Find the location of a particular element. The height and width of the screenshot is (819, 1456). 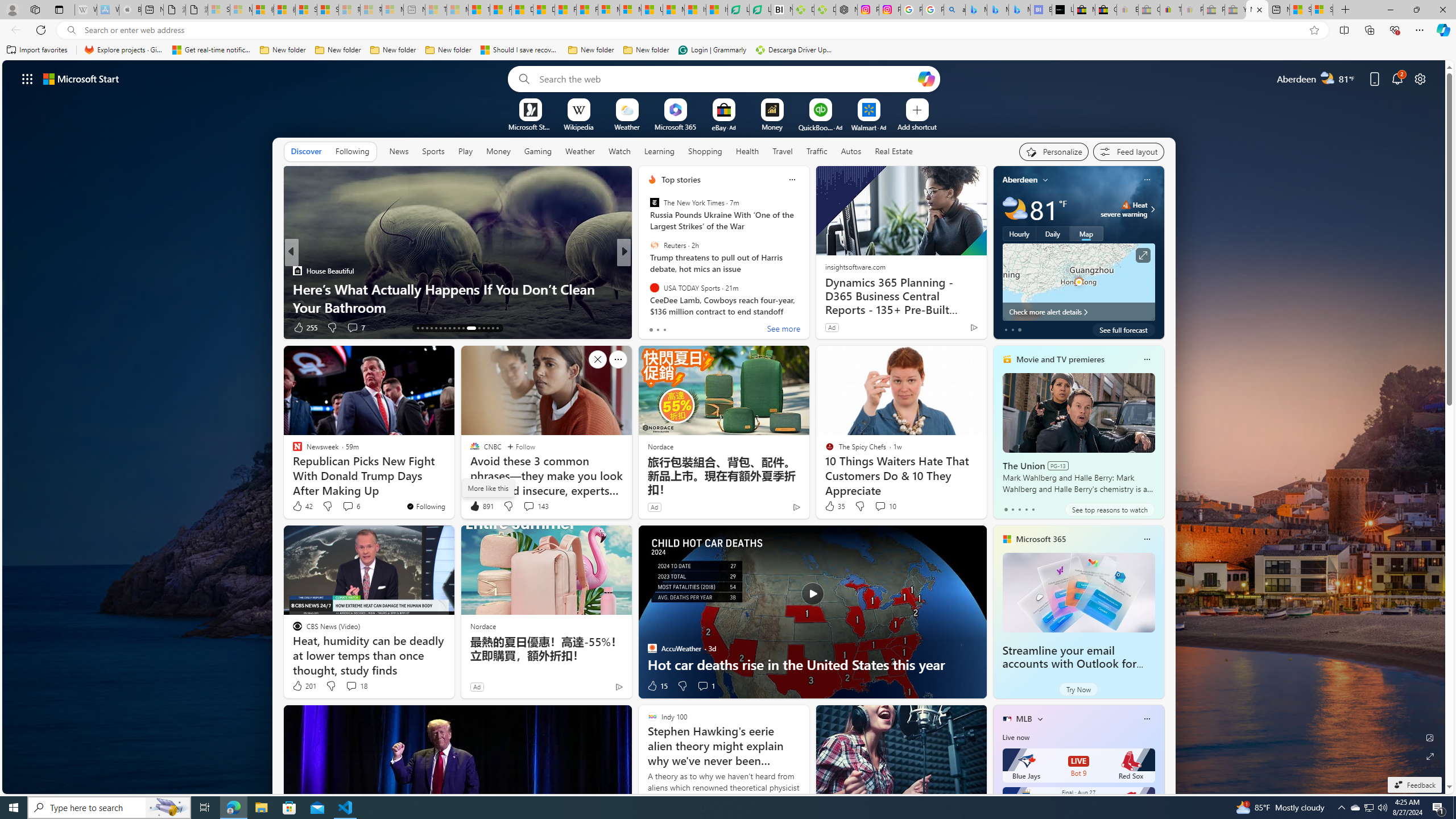

'AutomationID: tab-19' is located at coordinates (445, 328).